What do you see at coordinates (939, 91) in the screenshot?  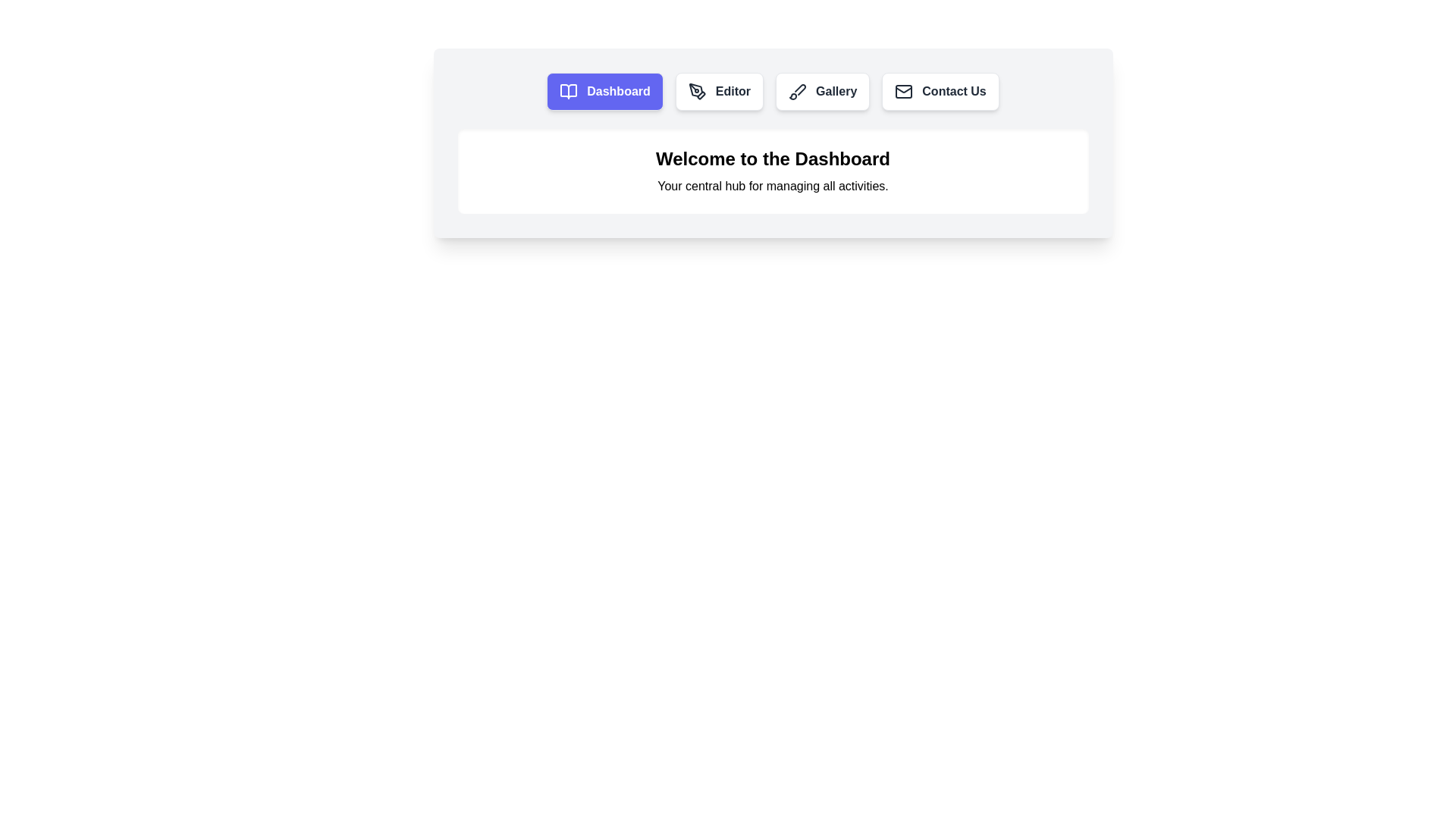 I see `the 'Contact Us' button, which is a rectangular button with rounded corners, white background, mail icon, and bold text, located near the top center of the page` at bounding box center [939, 91].